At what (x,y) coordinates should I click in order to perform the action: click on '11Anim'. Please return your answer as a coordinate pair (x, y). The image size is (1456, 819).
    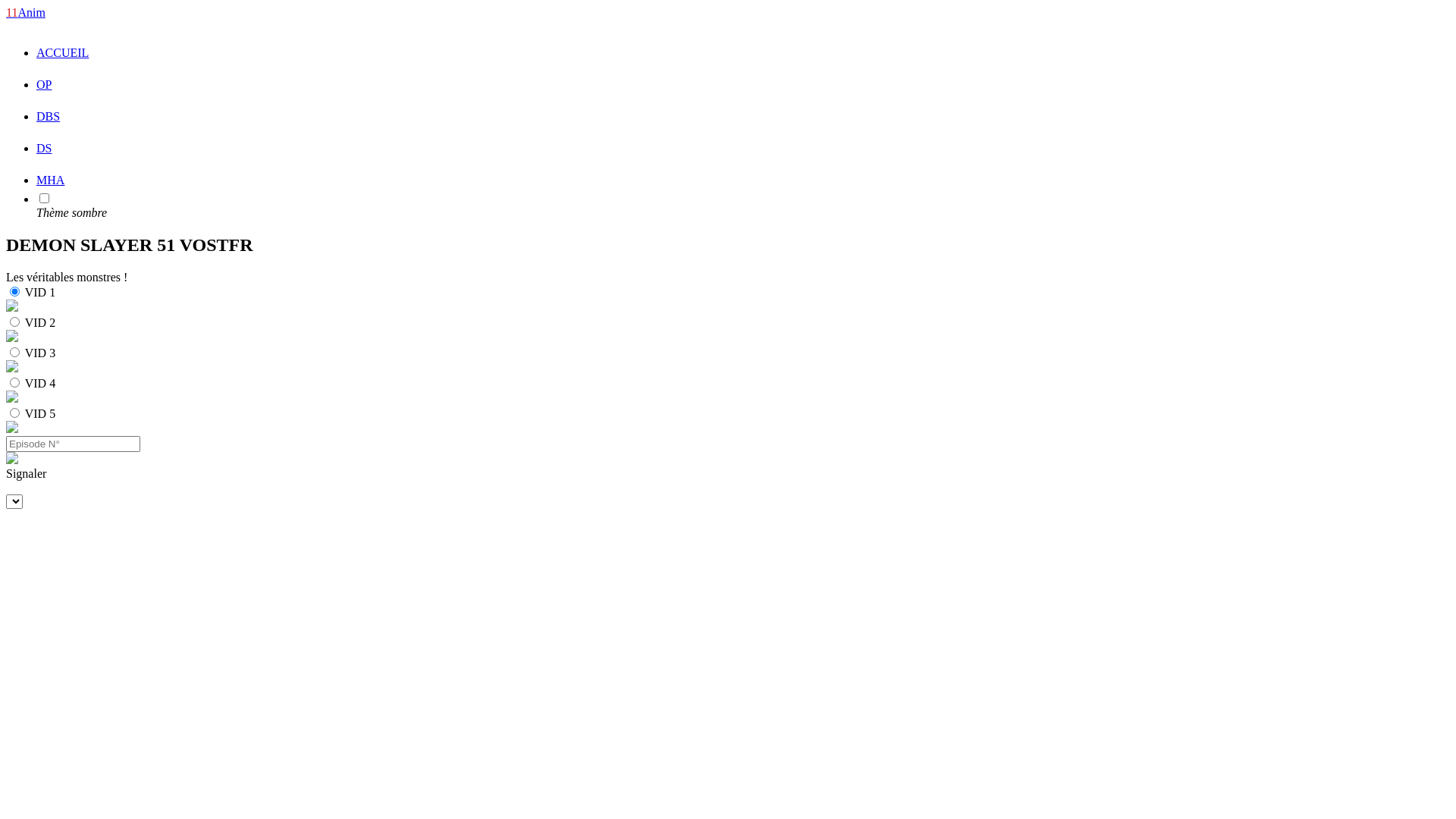
    Looking at the image, I should click on (25, 12).